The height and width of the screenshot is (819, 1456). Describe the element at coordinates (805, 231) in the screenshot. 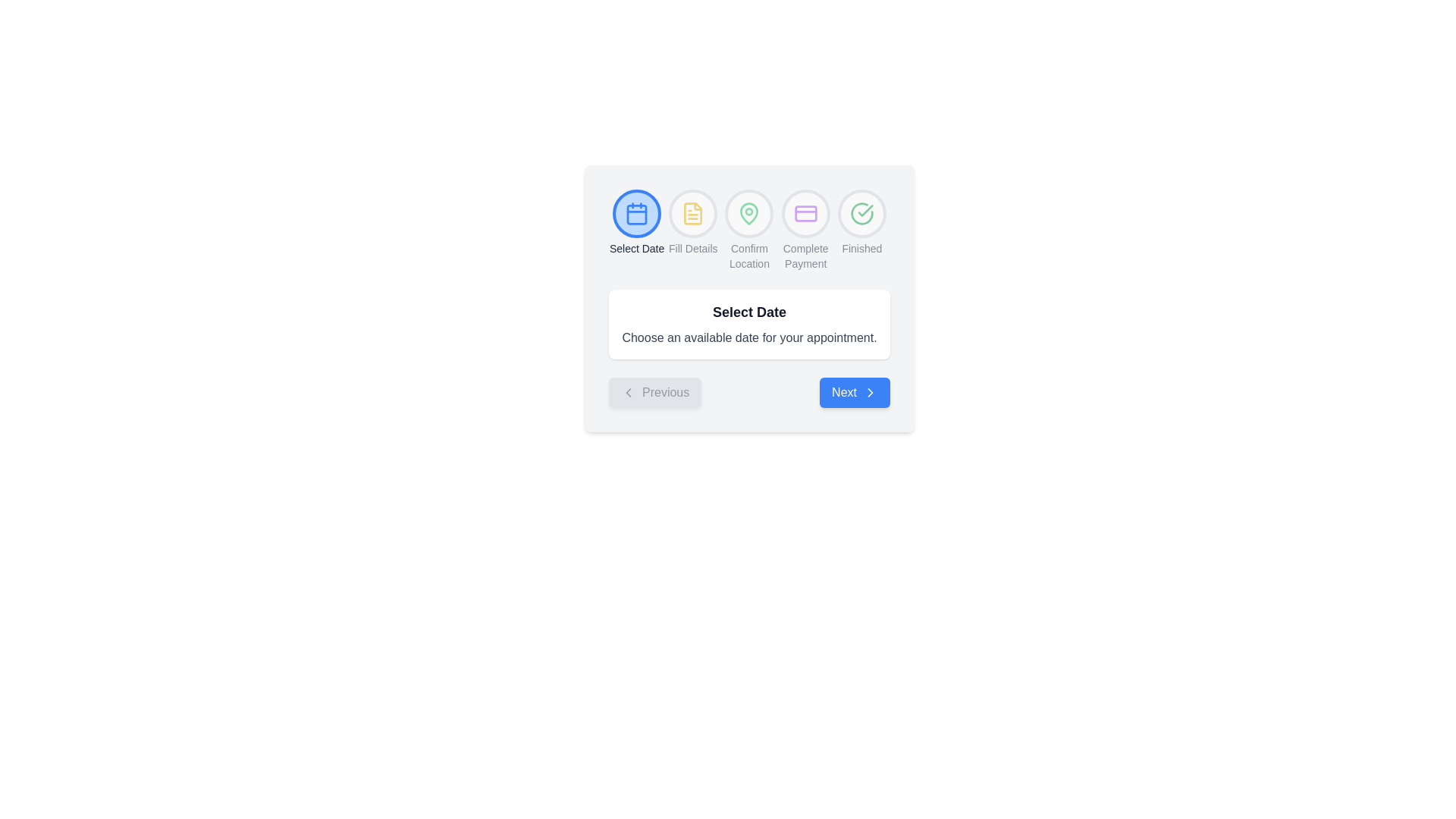

I see `the Progress step indicator labeled 'Complete Payment', which is the fourth step in a multi-step process` at that location.